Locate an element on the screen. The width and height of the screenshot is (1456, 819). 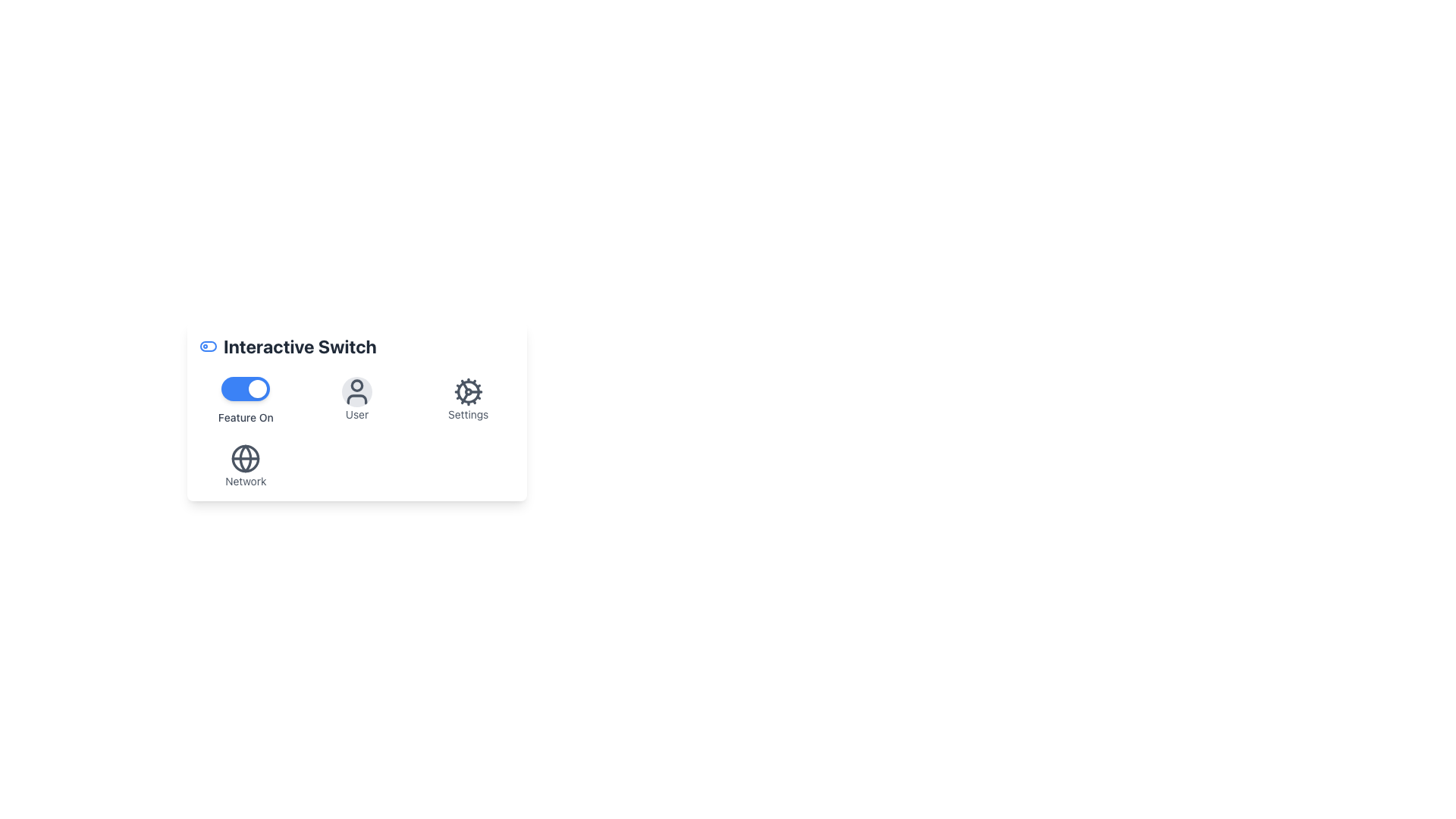
the toggle switch labeled 'Feature On' to switch its state is located at coordinates (246, 400).